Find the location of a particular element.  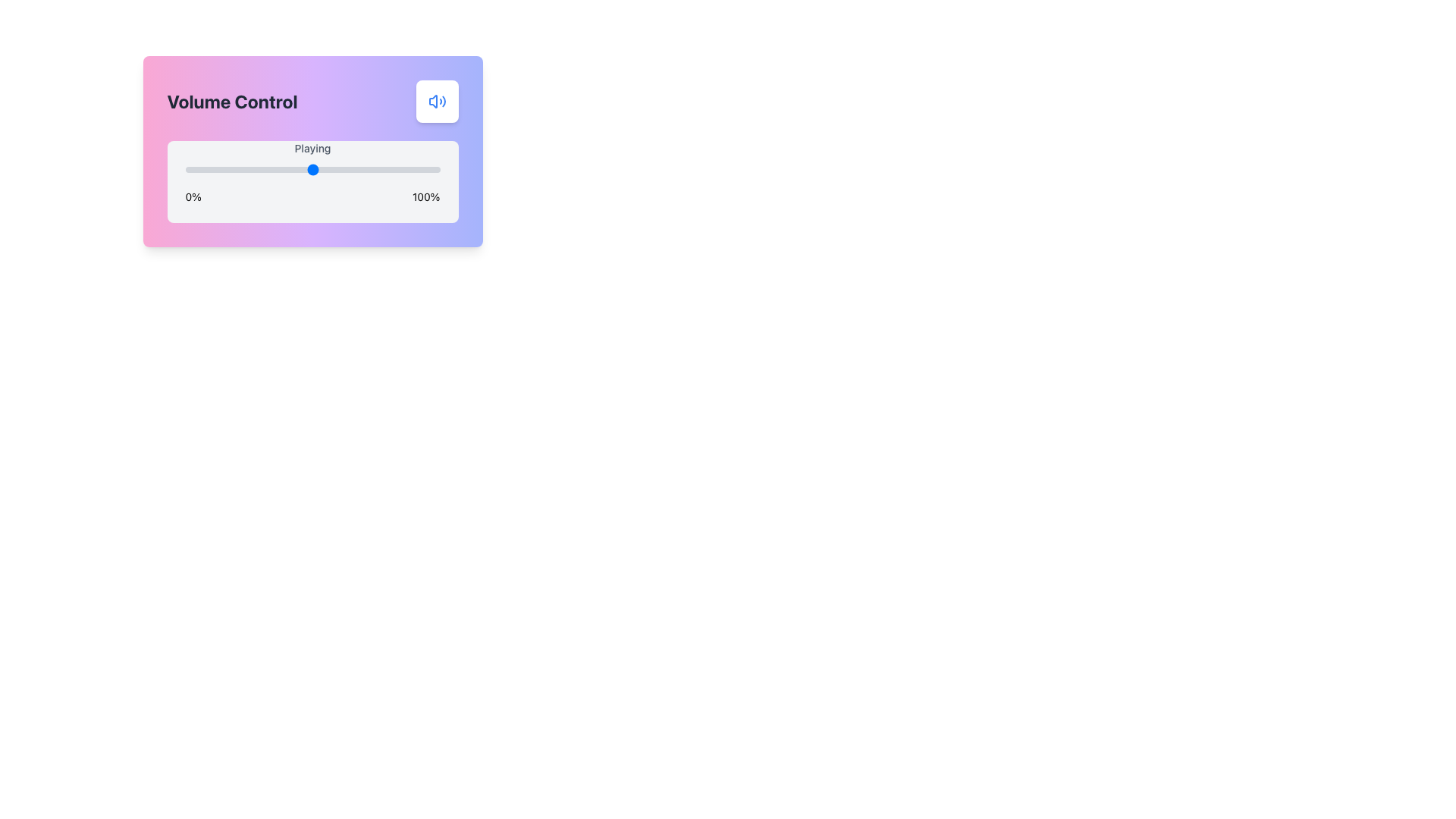

the blue speaker icon with sound waves located at the top right corner of the volume control interface card is located at coordinates (436, 102).